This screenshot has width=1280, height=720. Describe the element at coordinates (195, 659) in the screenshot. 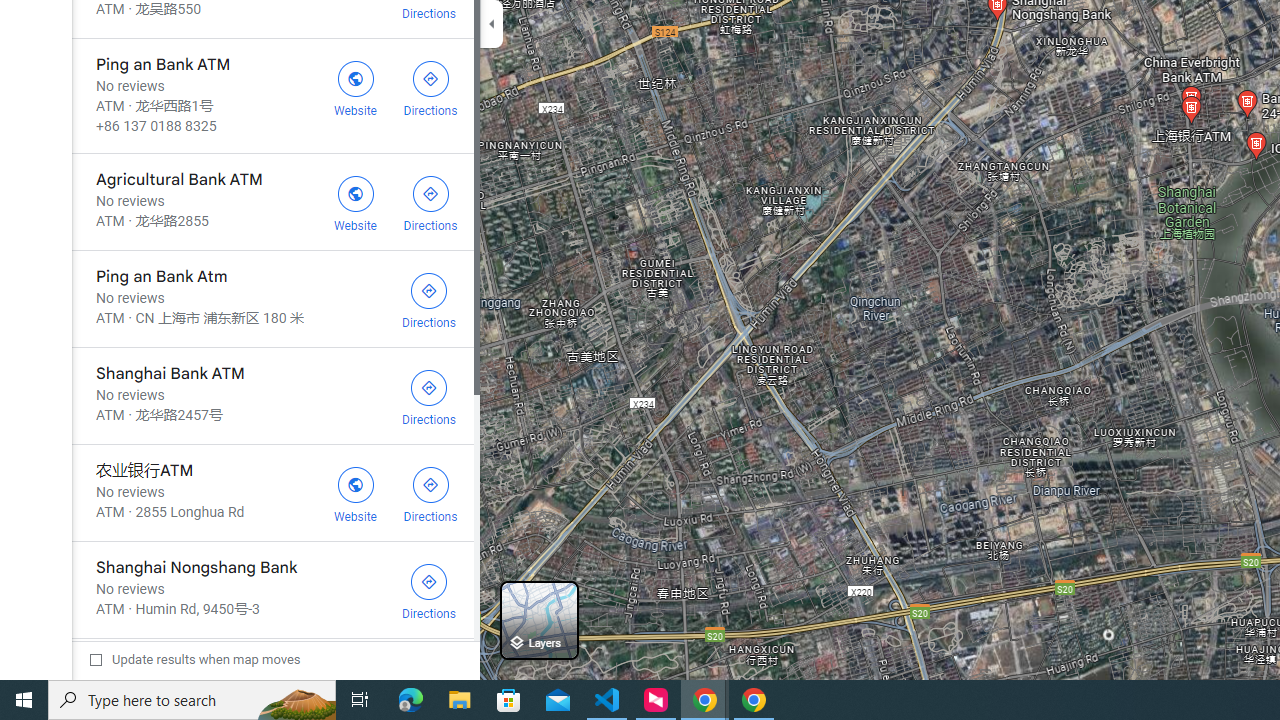

I see `'Update results when map moves'` at that location.